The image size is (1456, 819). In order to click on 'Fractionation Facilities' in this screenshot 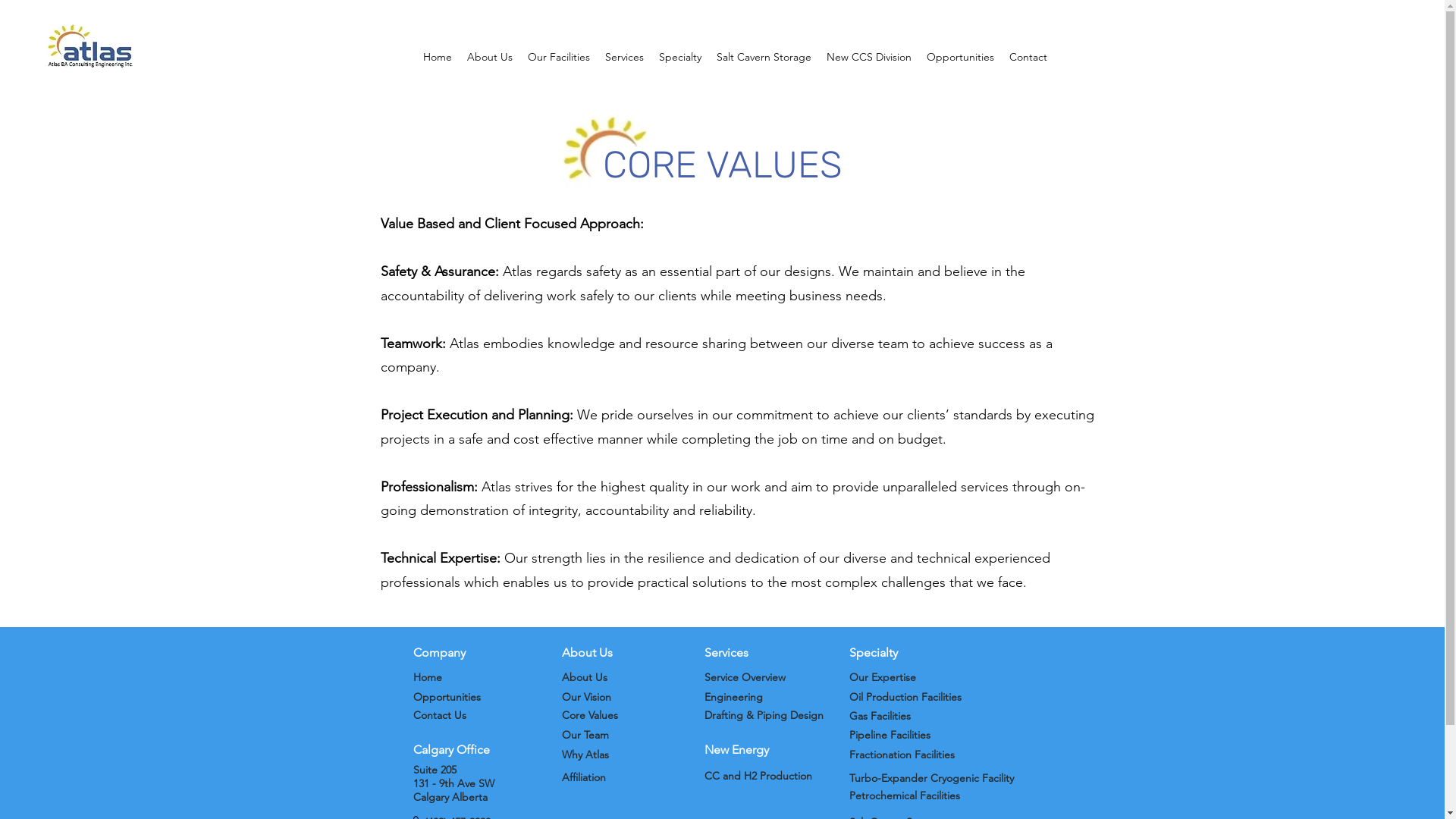, I will do `click(902, 755)`.